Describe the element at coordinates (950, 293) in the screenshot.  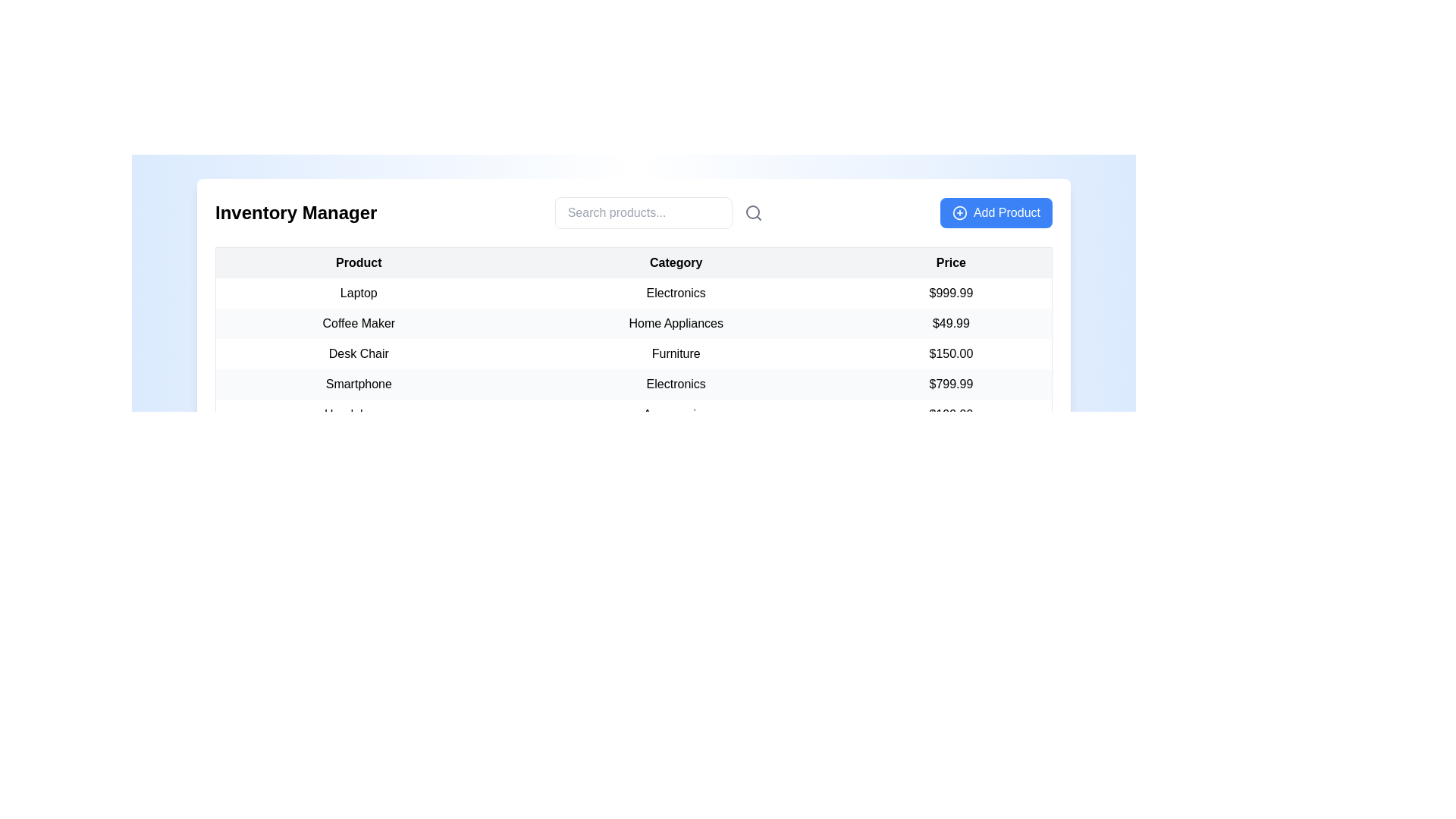
I see `price text displayed in bold black as '$999.99' located in the Price column under the Laptop product in the Electronics category` at that location.